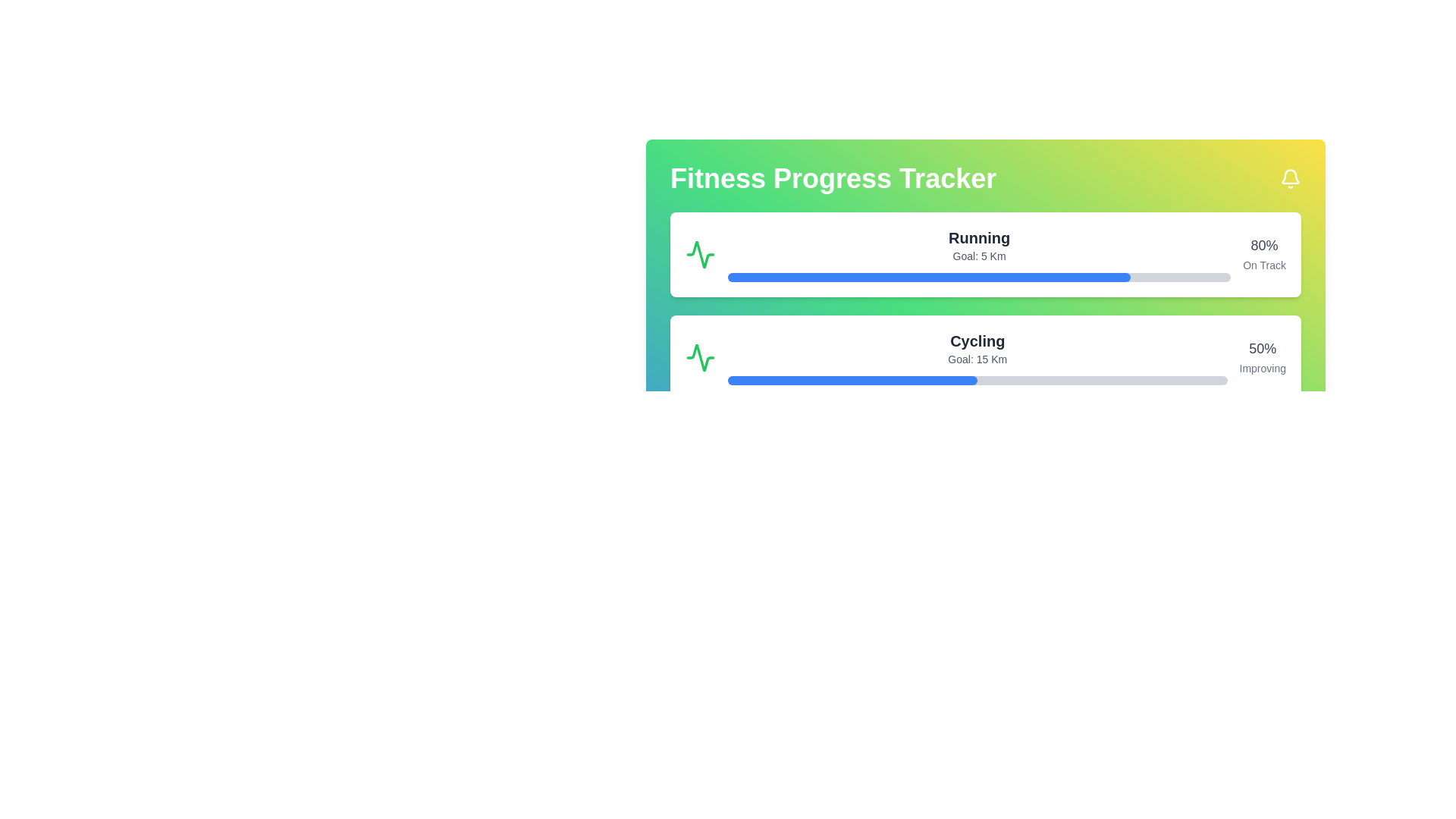 Image resolution: width=1456 pixels, height=819 pixels. I want to click on the Progress indicator that visually represents 80% completion for the activity labeled 'Running', so click(928, 278).